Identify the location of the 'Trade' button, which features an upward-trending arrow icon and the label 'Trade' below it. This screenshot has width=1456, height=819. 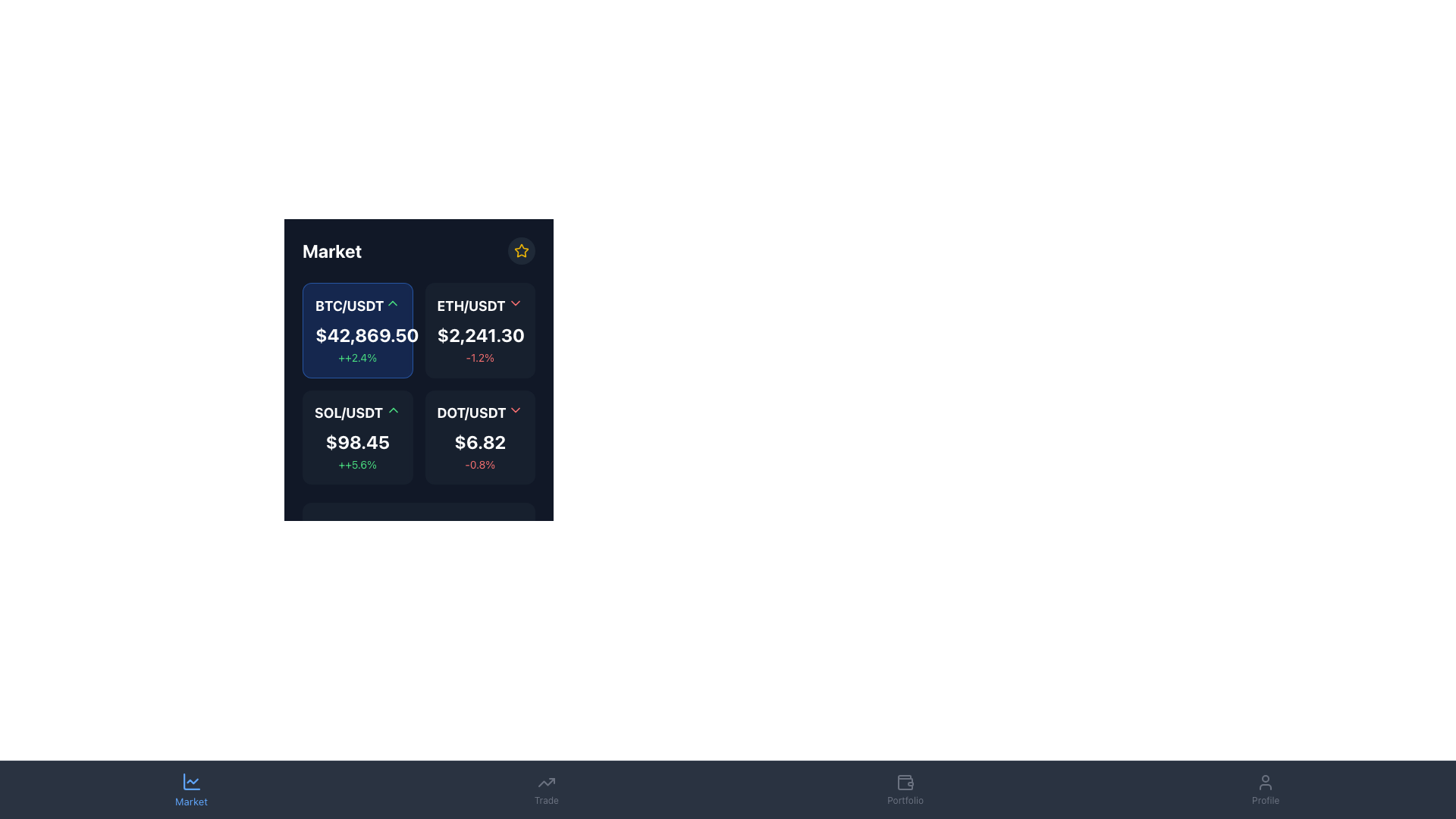
(546, 789).